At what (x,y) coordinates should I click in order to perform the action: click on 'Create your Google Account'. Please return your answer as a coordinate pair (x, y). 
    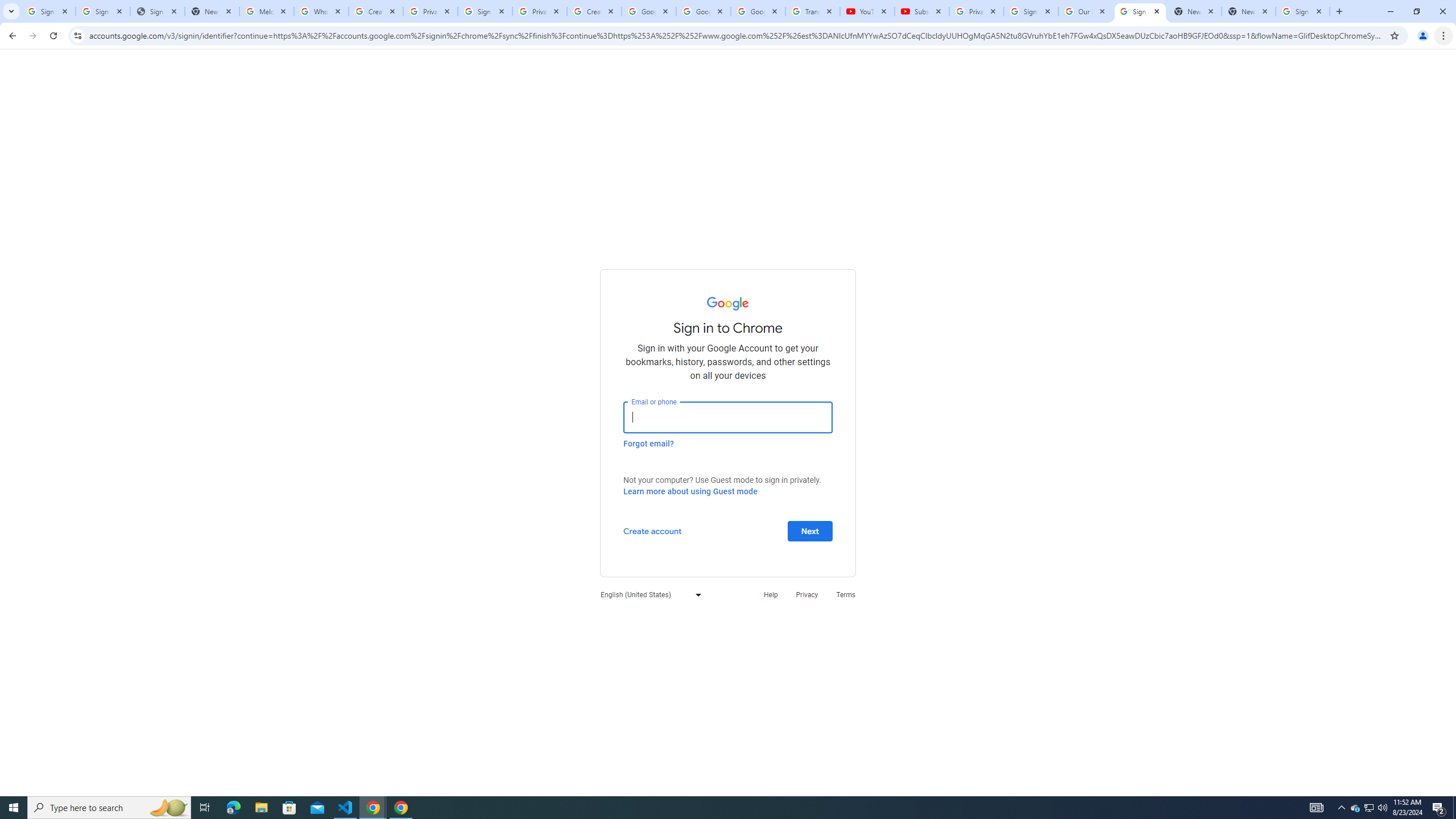
    Looking at the image, I should click on (593, 11).